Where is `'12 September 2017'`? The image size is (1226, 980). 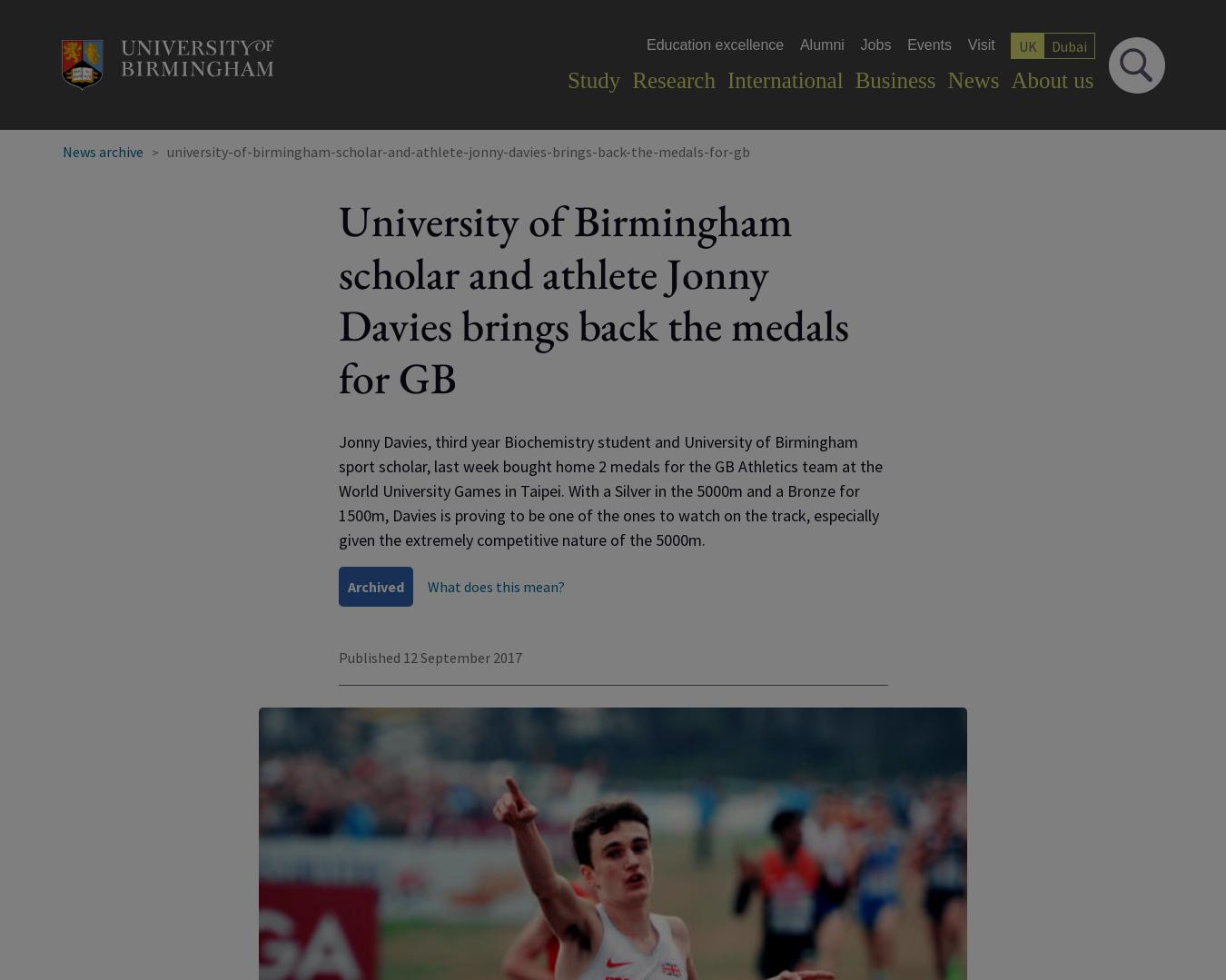 '12 September 2017' is located at coordinates (460, 657).